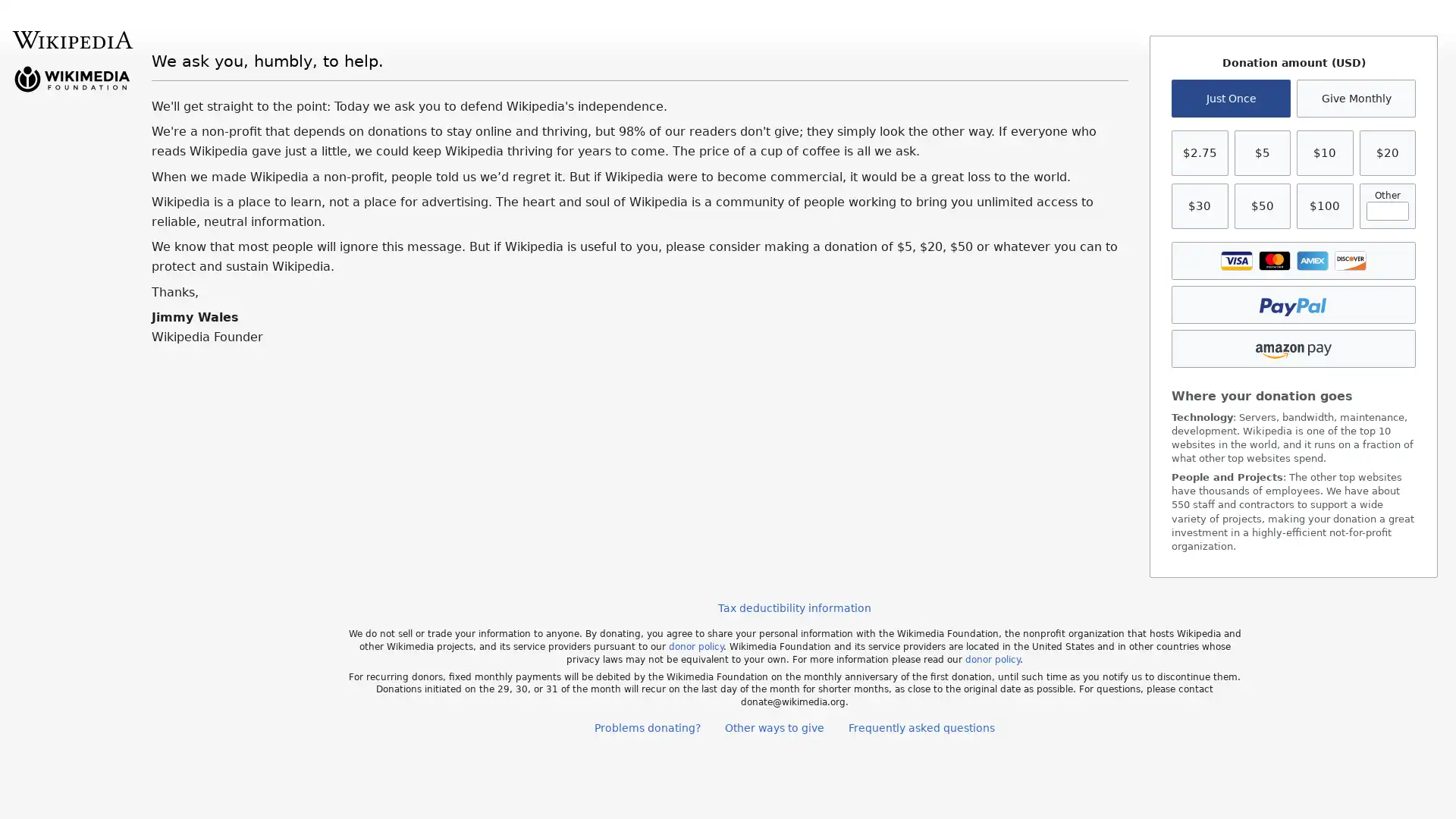  I want to click on Amazon, so click(1292, 348).